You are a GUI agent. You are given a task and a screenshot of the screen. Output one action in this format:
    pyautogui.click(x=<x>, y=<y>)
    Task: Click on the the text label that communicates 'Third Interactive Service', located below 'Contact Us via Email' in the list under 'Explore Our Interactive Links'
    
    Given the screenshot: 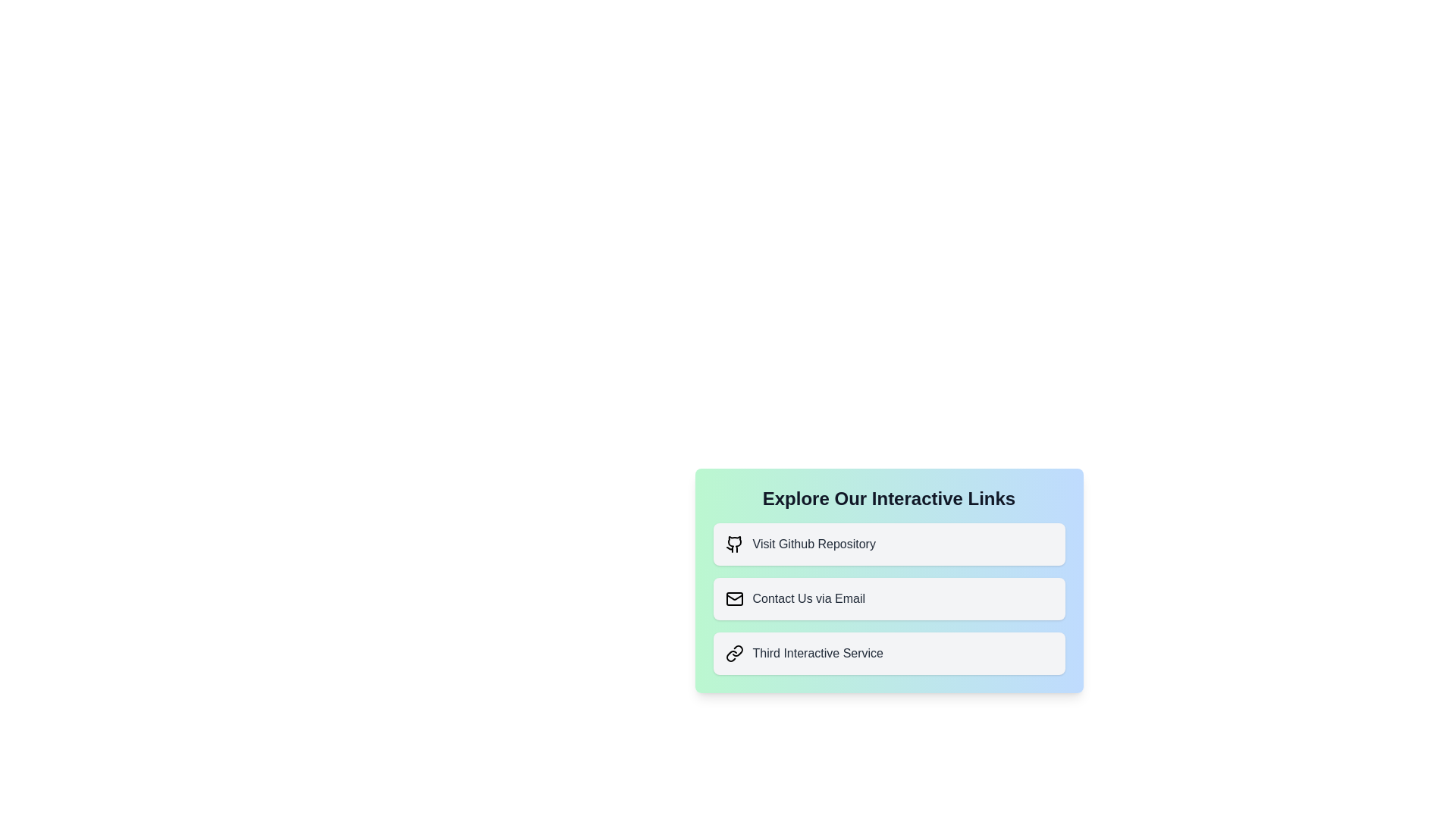 What is the action you would take?
    pyautogui.click(x=817, y=652)
    